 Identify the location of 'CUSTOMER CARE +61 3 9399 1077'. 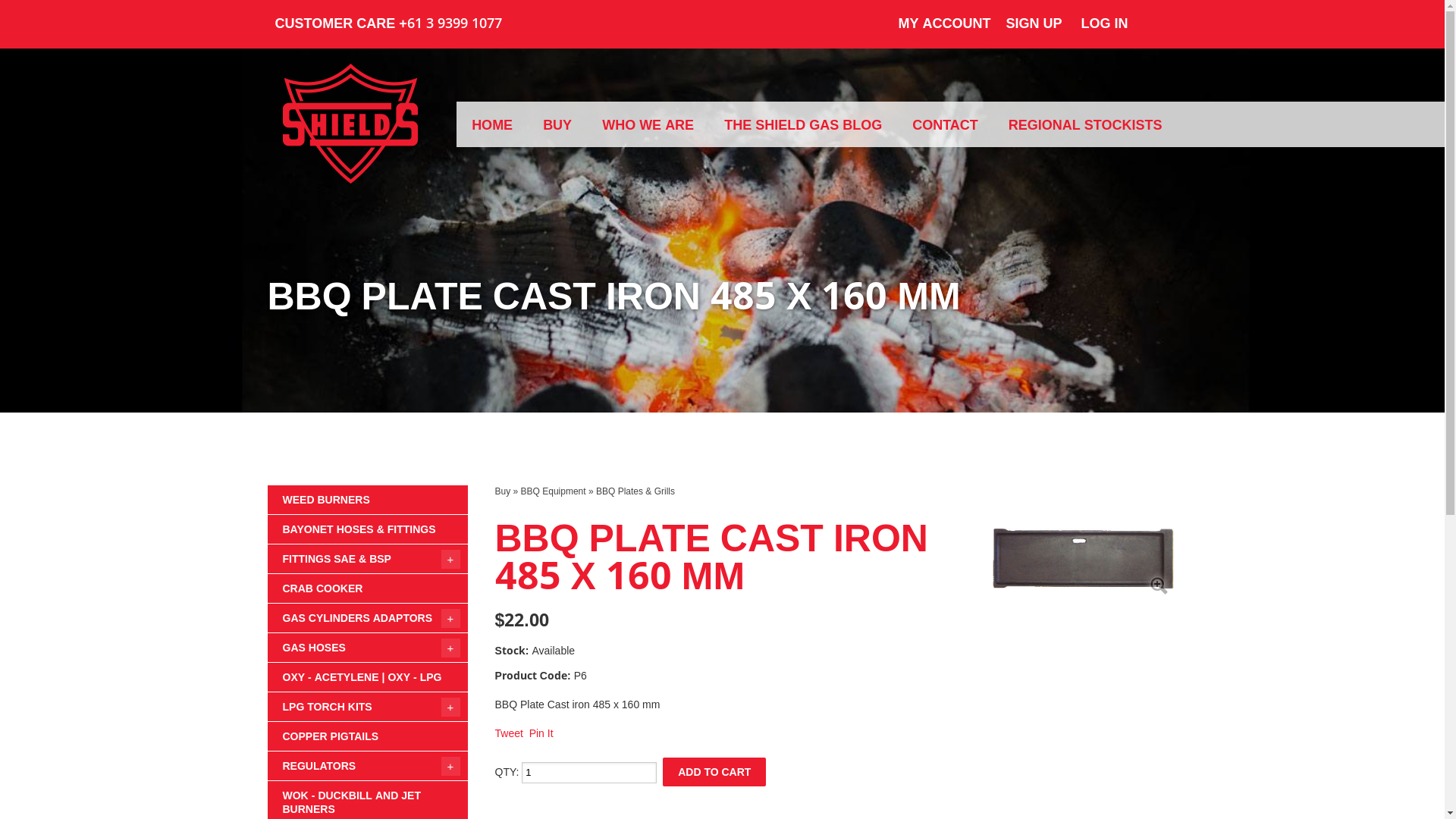
(391, 24).